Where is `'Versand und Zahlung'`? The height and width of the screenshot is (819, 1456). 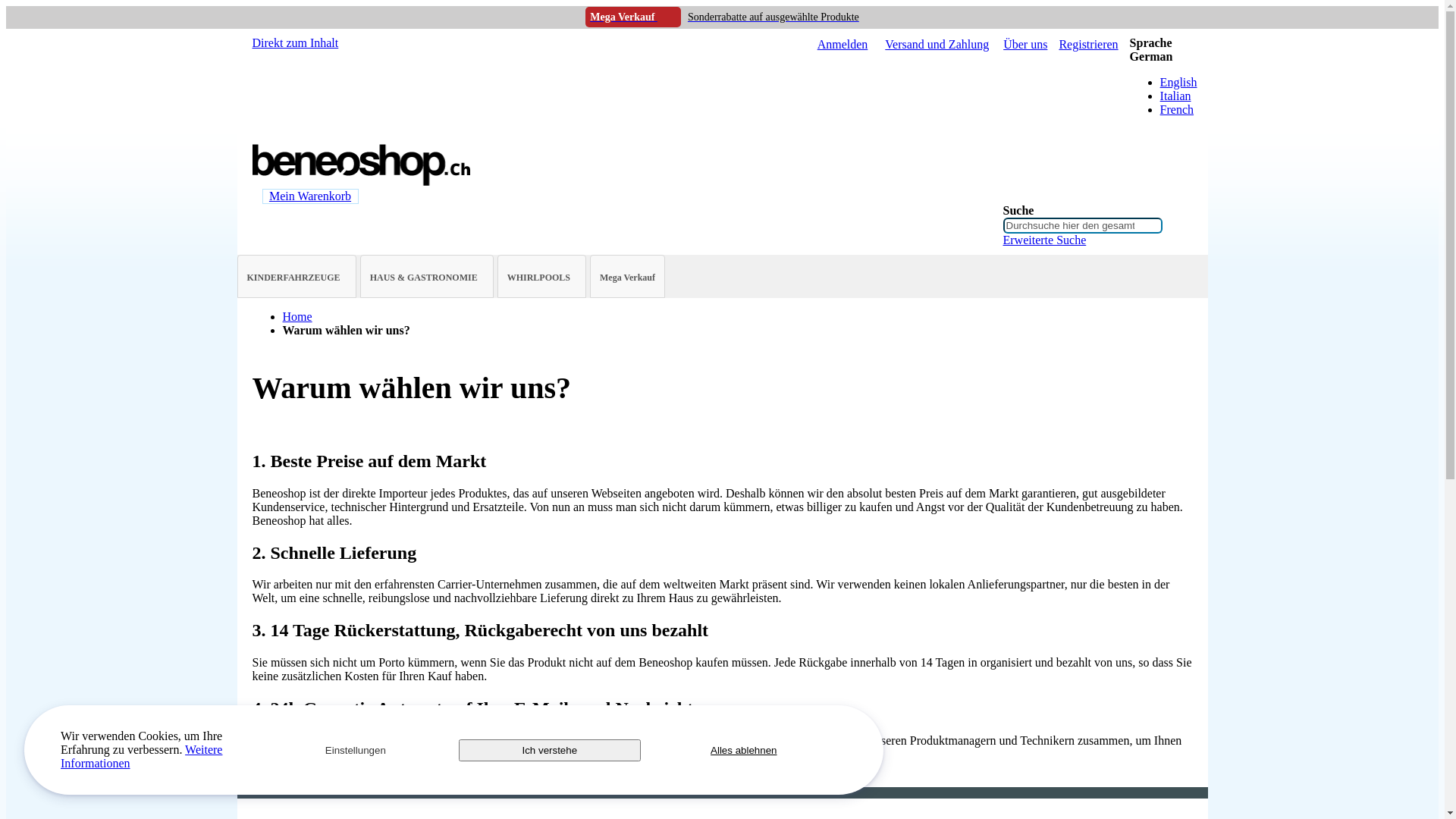 'Versand und Zahlung' is located at coordinates (936, 43).